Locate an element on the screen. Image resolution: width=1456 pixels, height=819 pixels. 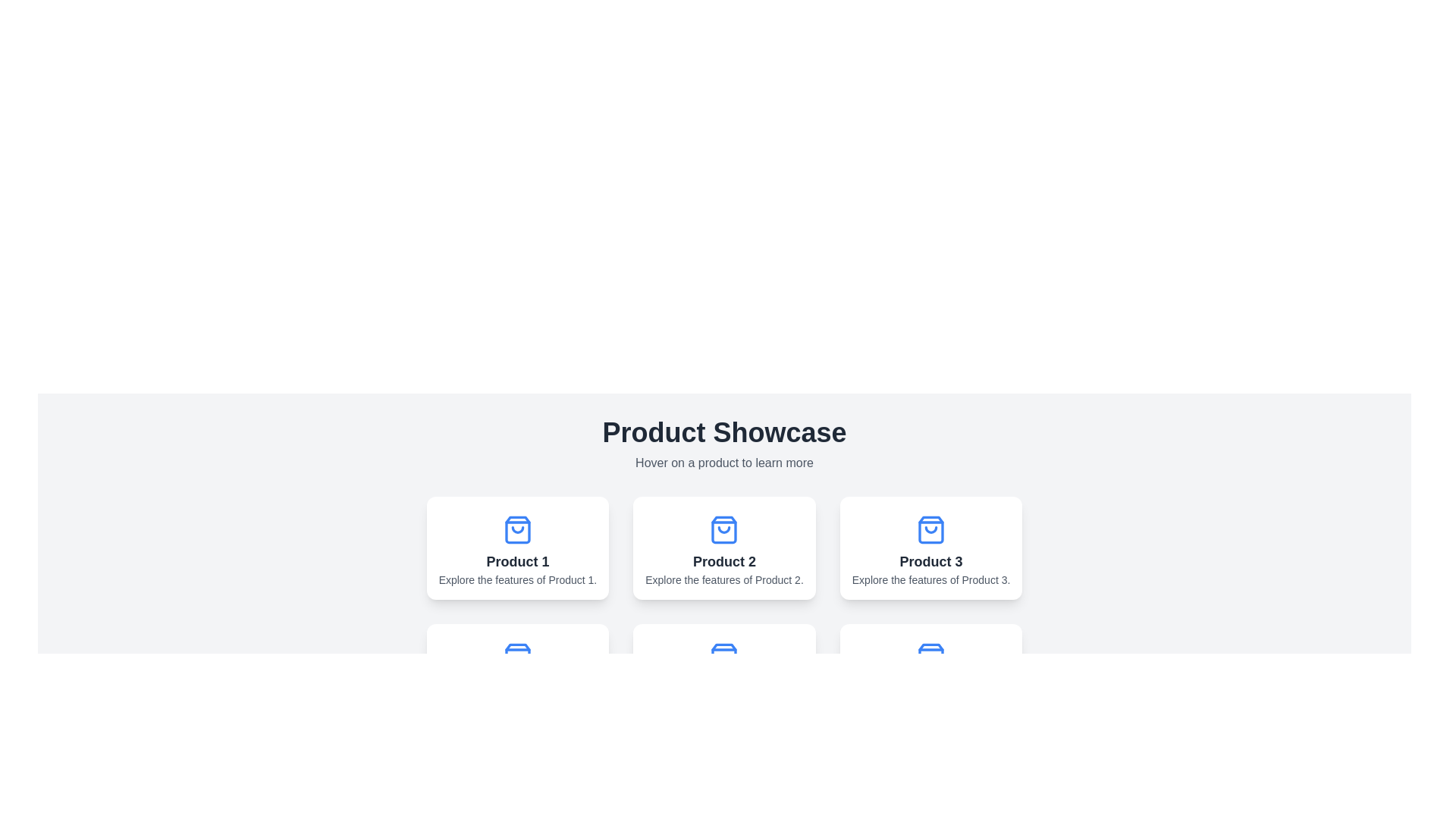
the descriptive text label located within the card layout for 'Product 1', situated beneath the heading and above the bottom boundary of the card is located at coordinates (517, 579).